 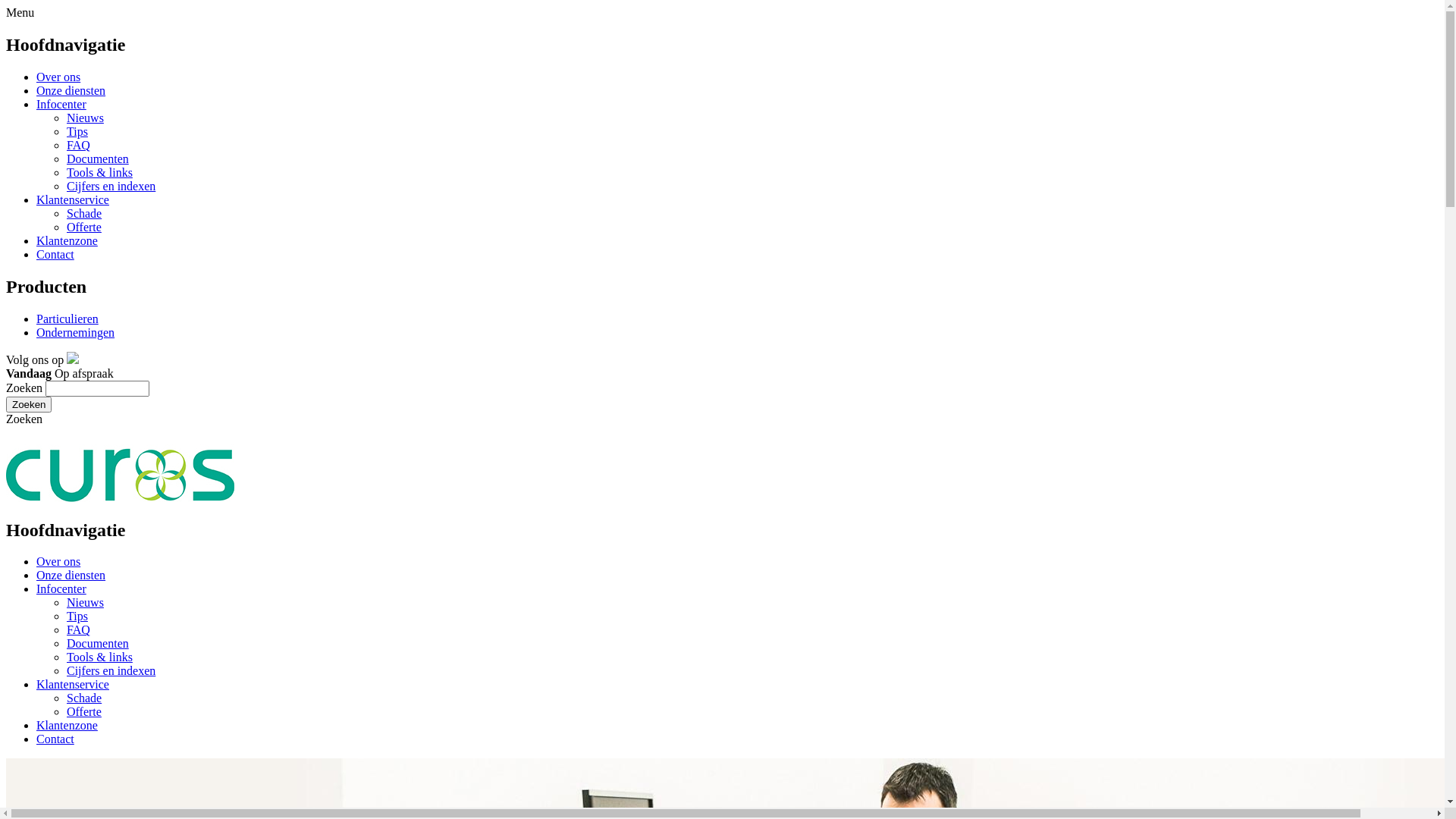 What do you see at coordinates (97, 643) in the screenshot?
I see `'Documenten'` at bounding box center [97, 643].